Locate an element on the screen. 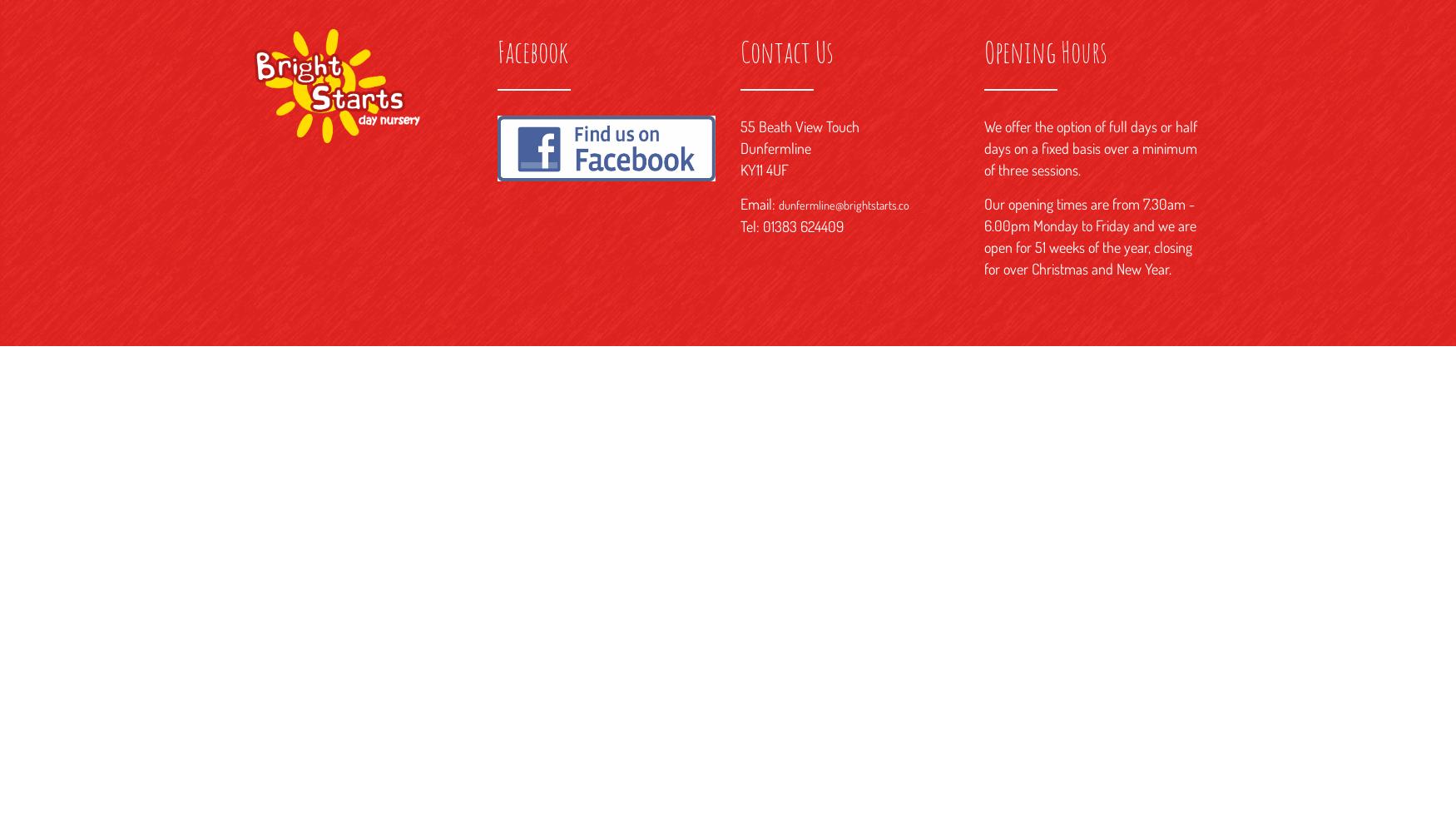  'Contact Us' is located at coordinates (787, 52).